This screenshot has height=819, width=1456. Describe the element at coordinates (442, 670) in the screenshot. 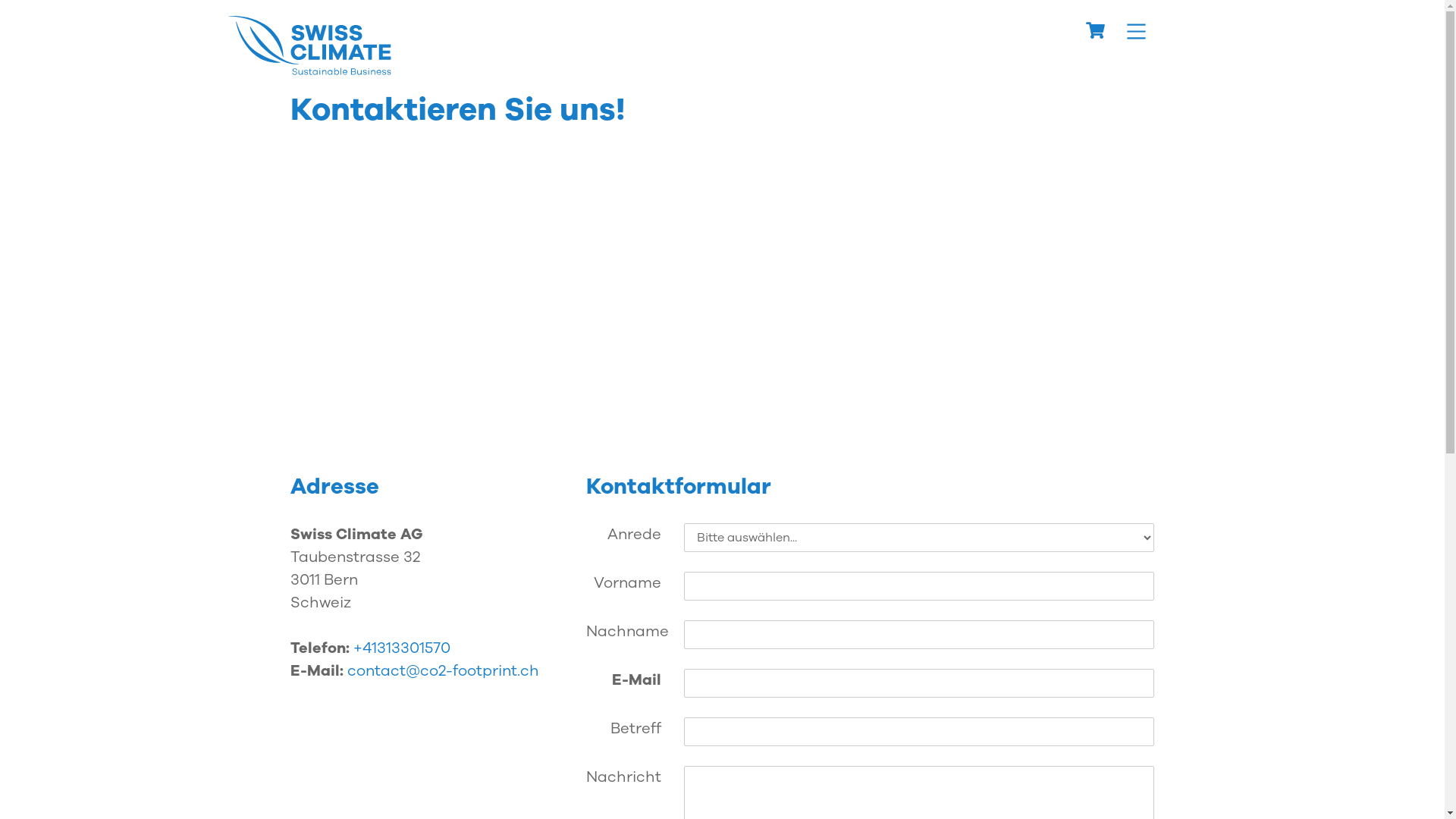

I see `'contact@co2-footprint.ch'` at that location.